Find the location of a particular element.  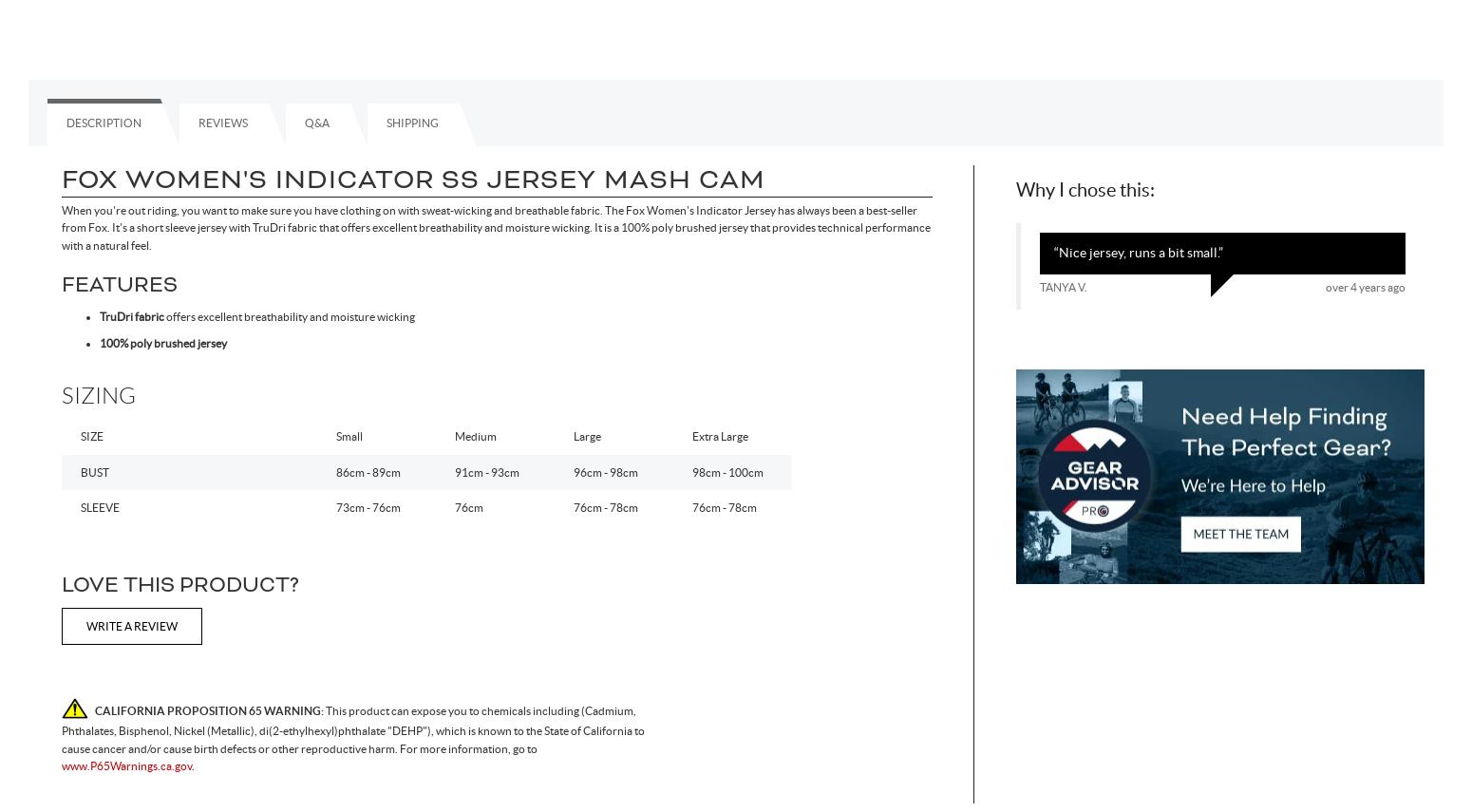

'Q&A' is located at coordinates (316, 122).